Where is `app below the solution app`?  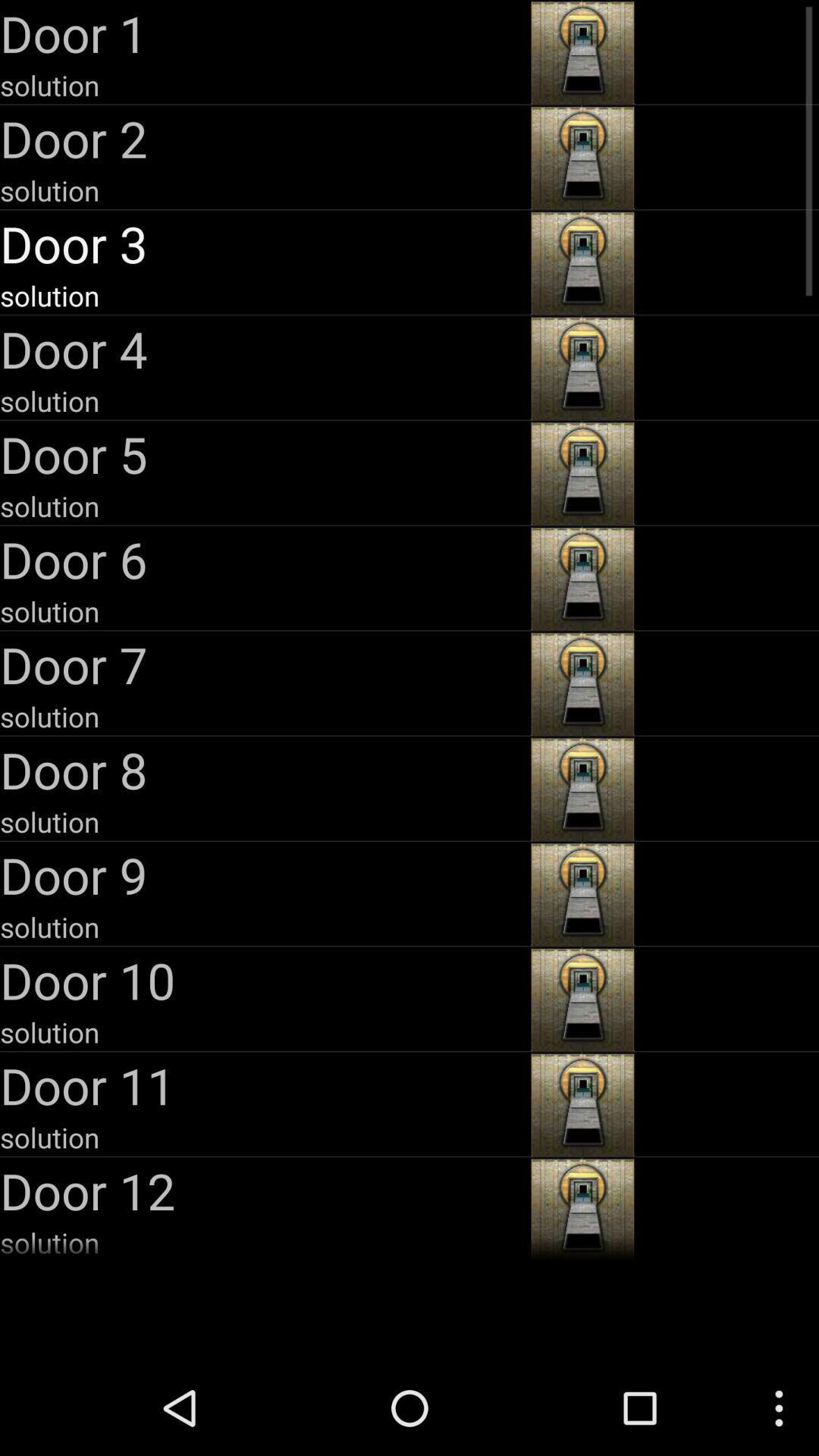
app below the solution app is located at coordinates (262, 1190).